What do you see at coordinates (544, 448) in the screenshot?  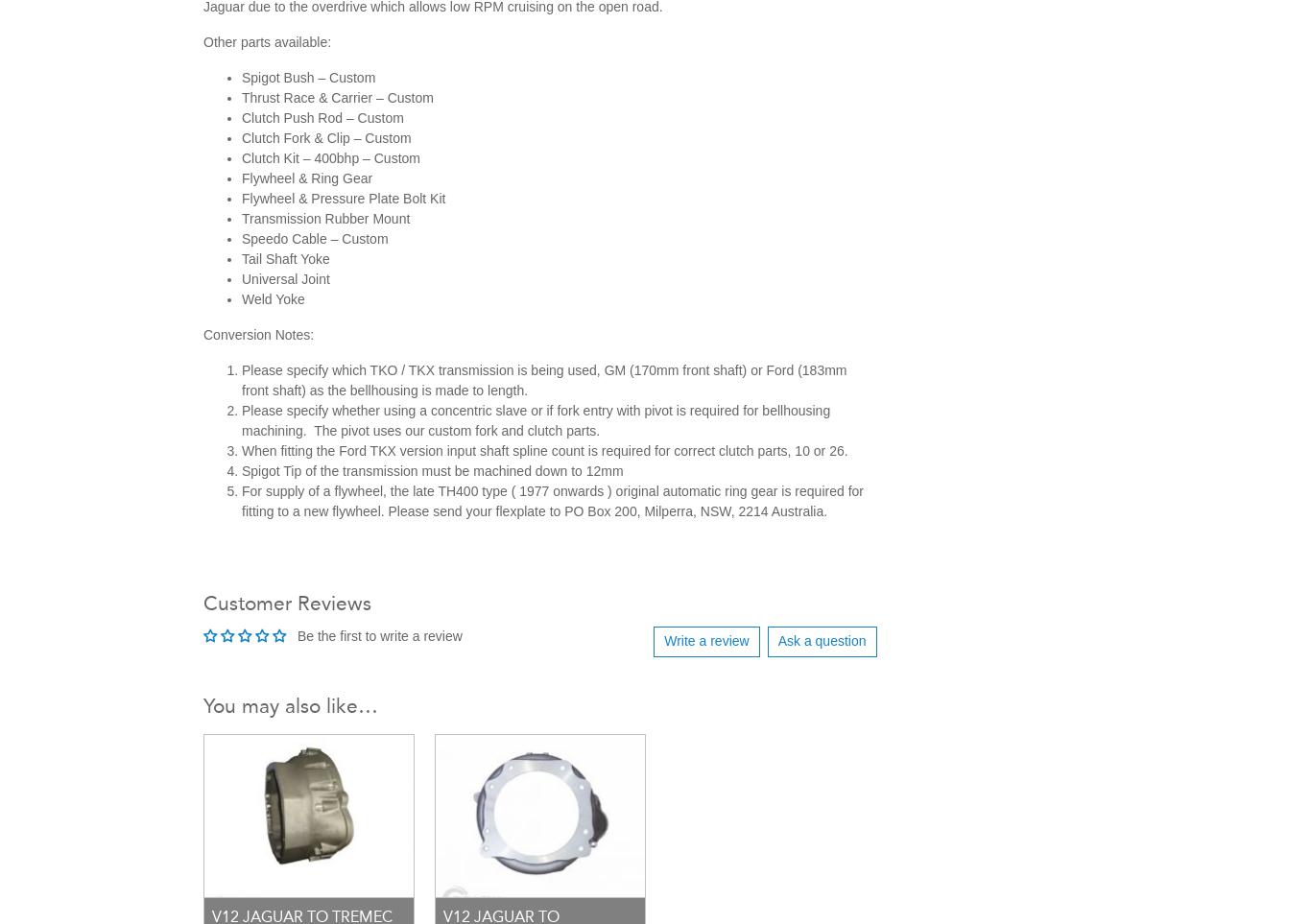 I see `'When fitting the Ford TKX version input shaft spline count is required for correct clutch parts, 10 or 26.'` at bounding box center [544, 448].